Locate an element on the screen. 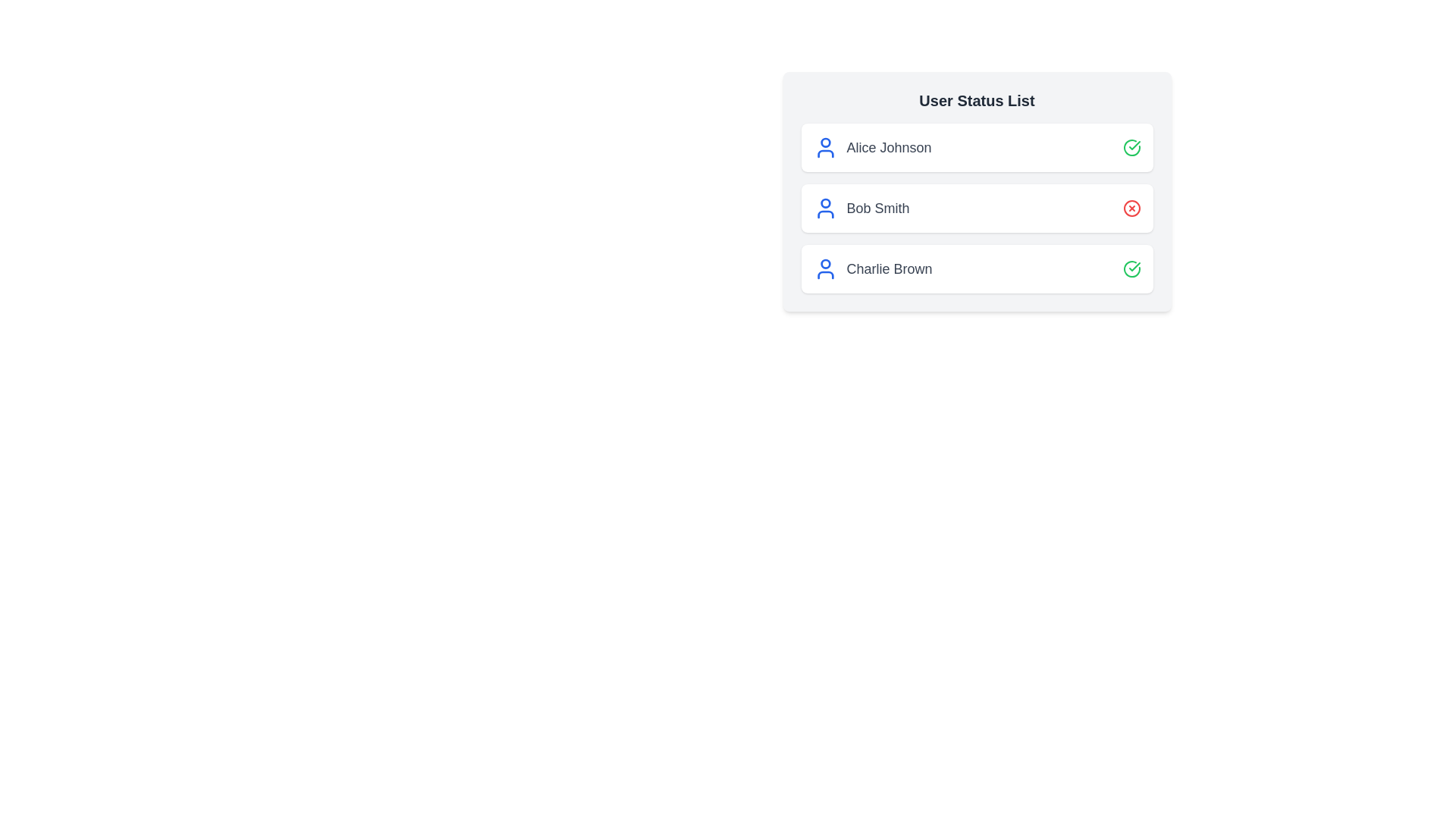 The image size is (1456, 819). the status icon for Bob Smith is located at coordinates (1131, 208).